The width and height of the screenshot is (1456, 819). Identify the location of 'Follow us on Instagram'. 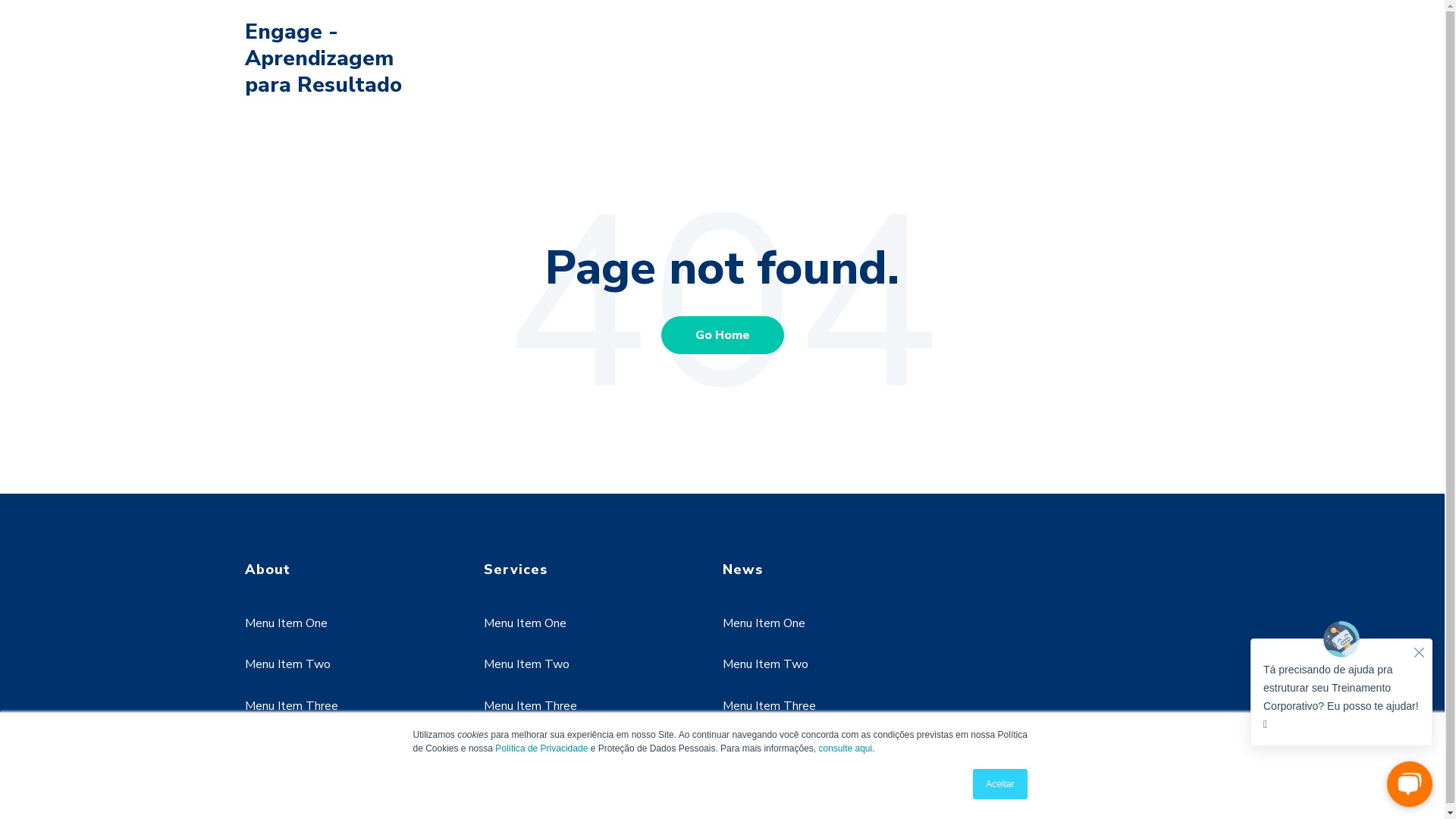
(373, 770).